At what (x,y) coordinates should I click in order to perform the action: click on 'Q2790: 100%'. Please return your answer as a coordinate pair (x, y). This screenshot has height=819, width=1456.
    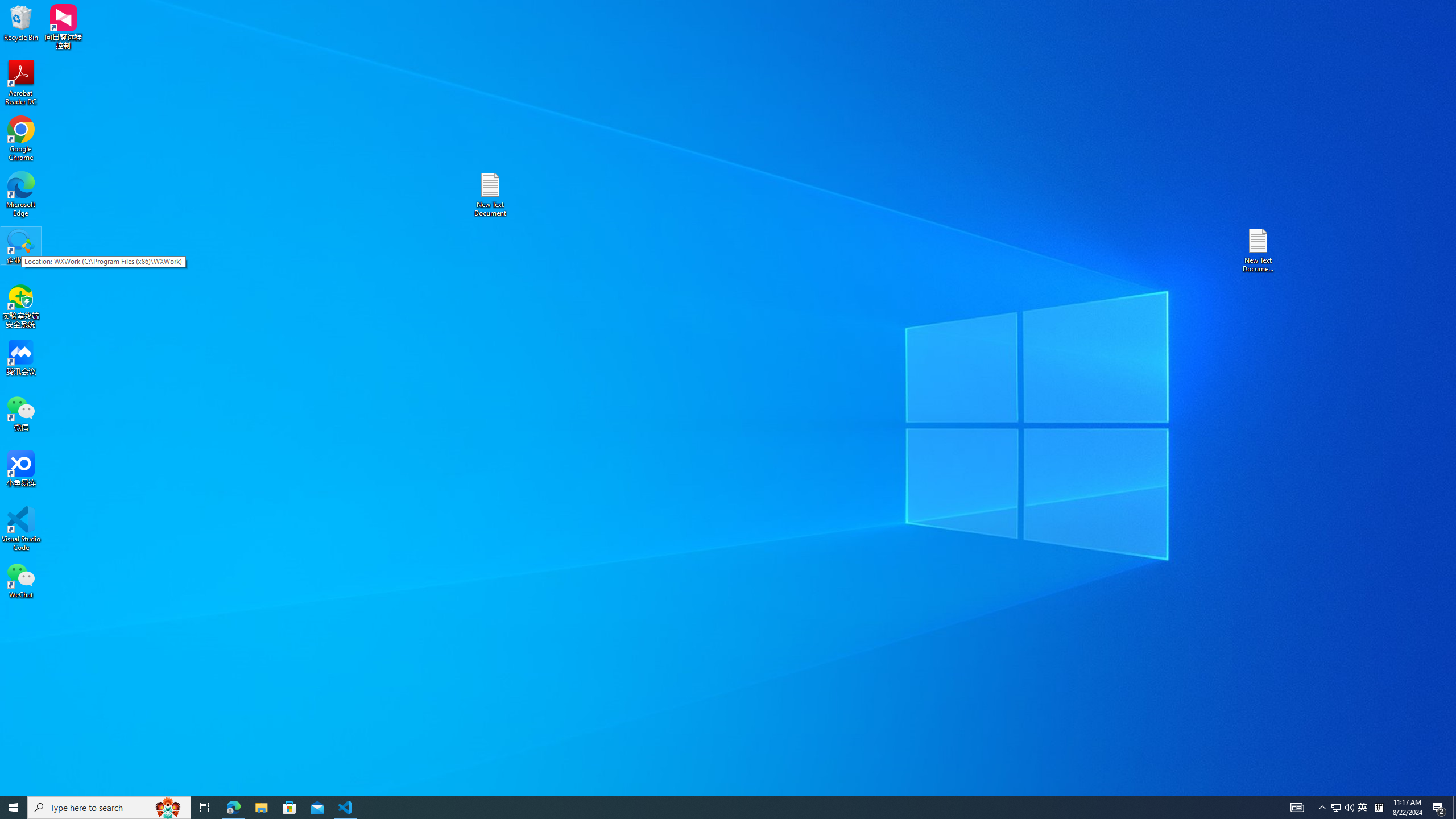
    Looking at the image, I should click on (1349, 806).